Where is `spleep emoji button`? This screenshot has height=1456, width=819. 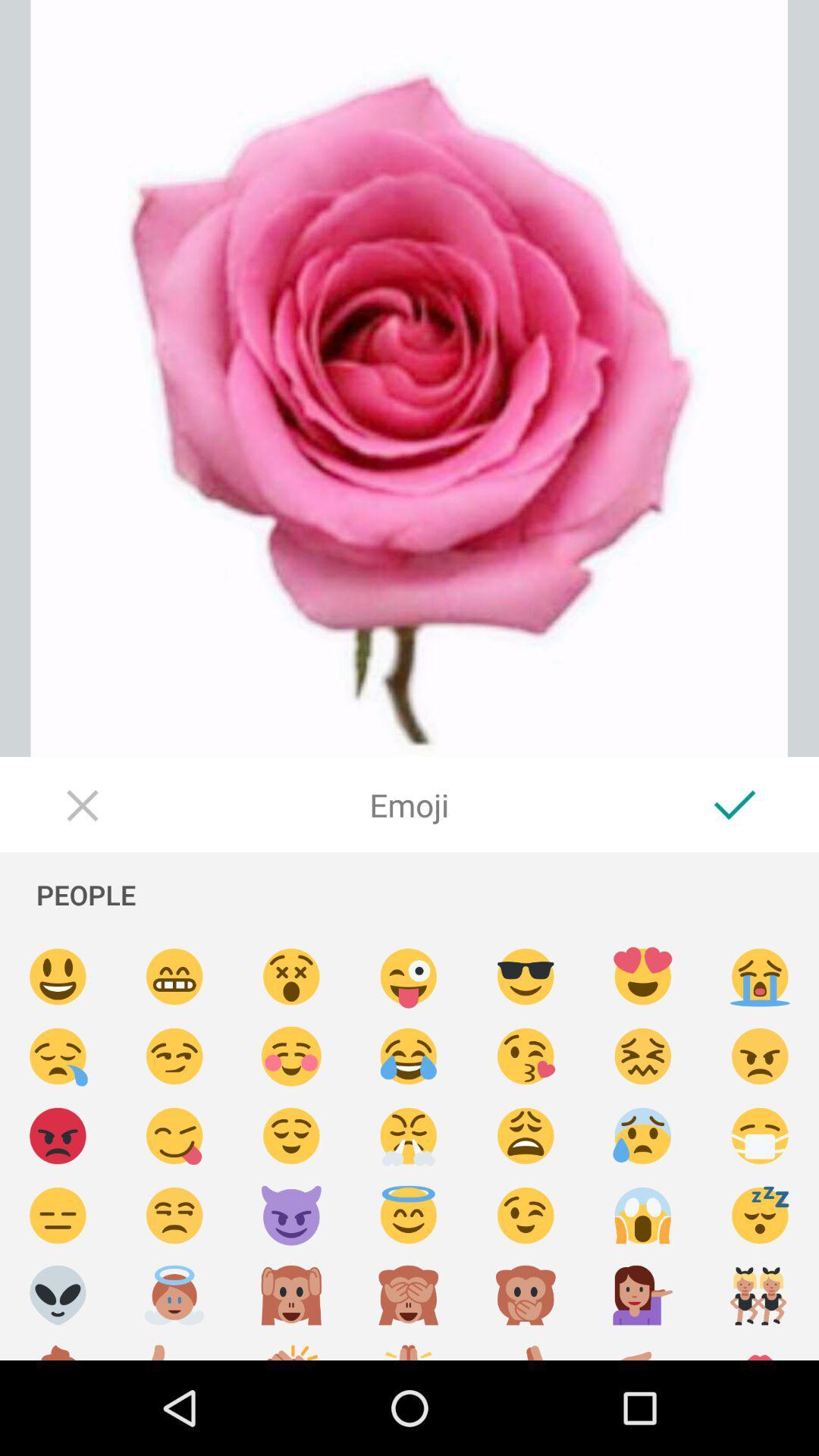 spleep emoji button is located at coordinates (760, 1216).